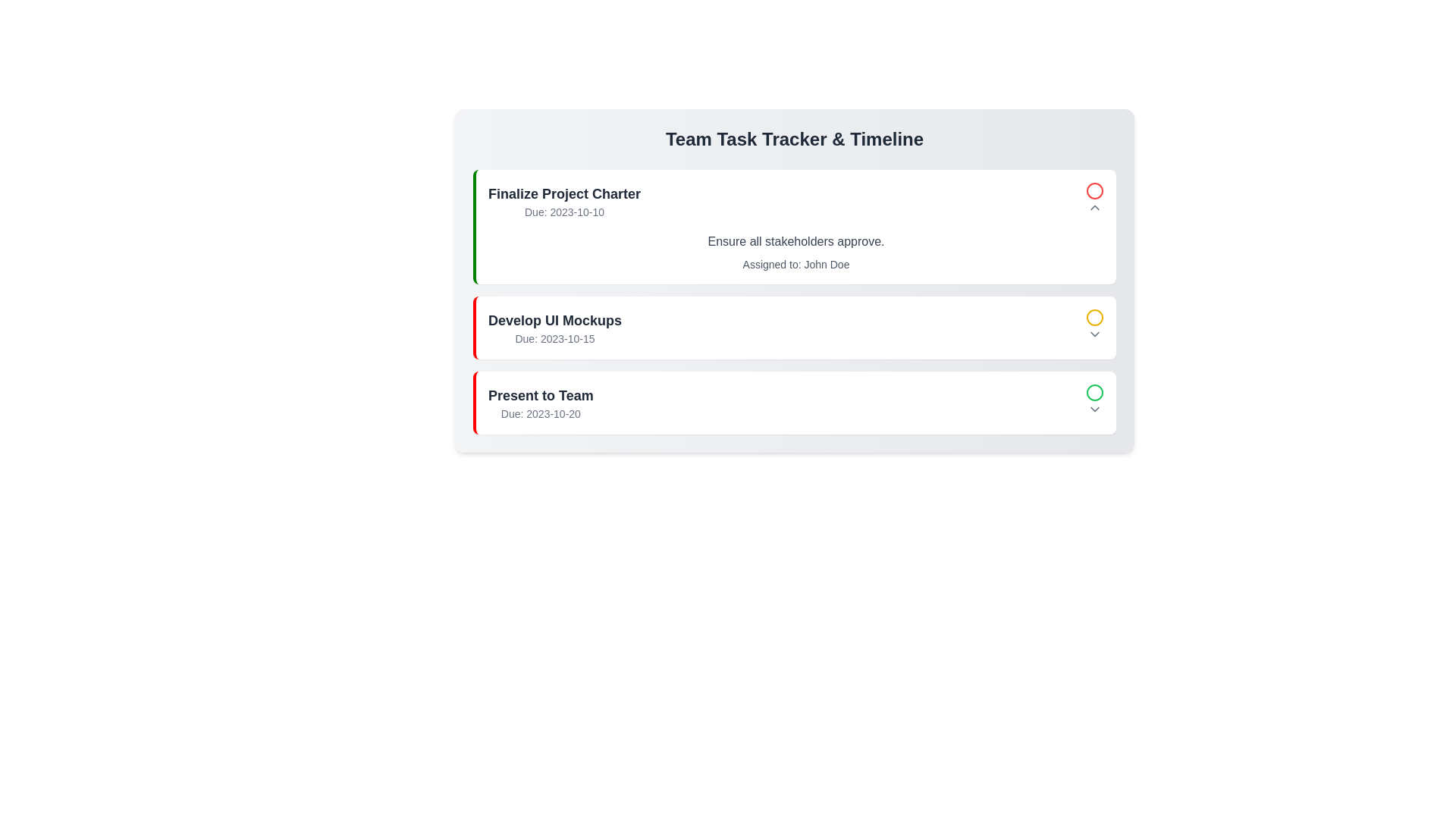 This screenshot has height=819, width=1456. What do you see at coordinates (1095, 200) in the screenshot?
I see `the red circular icon with a triangular pointer located at the top-right corner of the 'Finalize Project Charter' card` at bounding box center [1095, 200].